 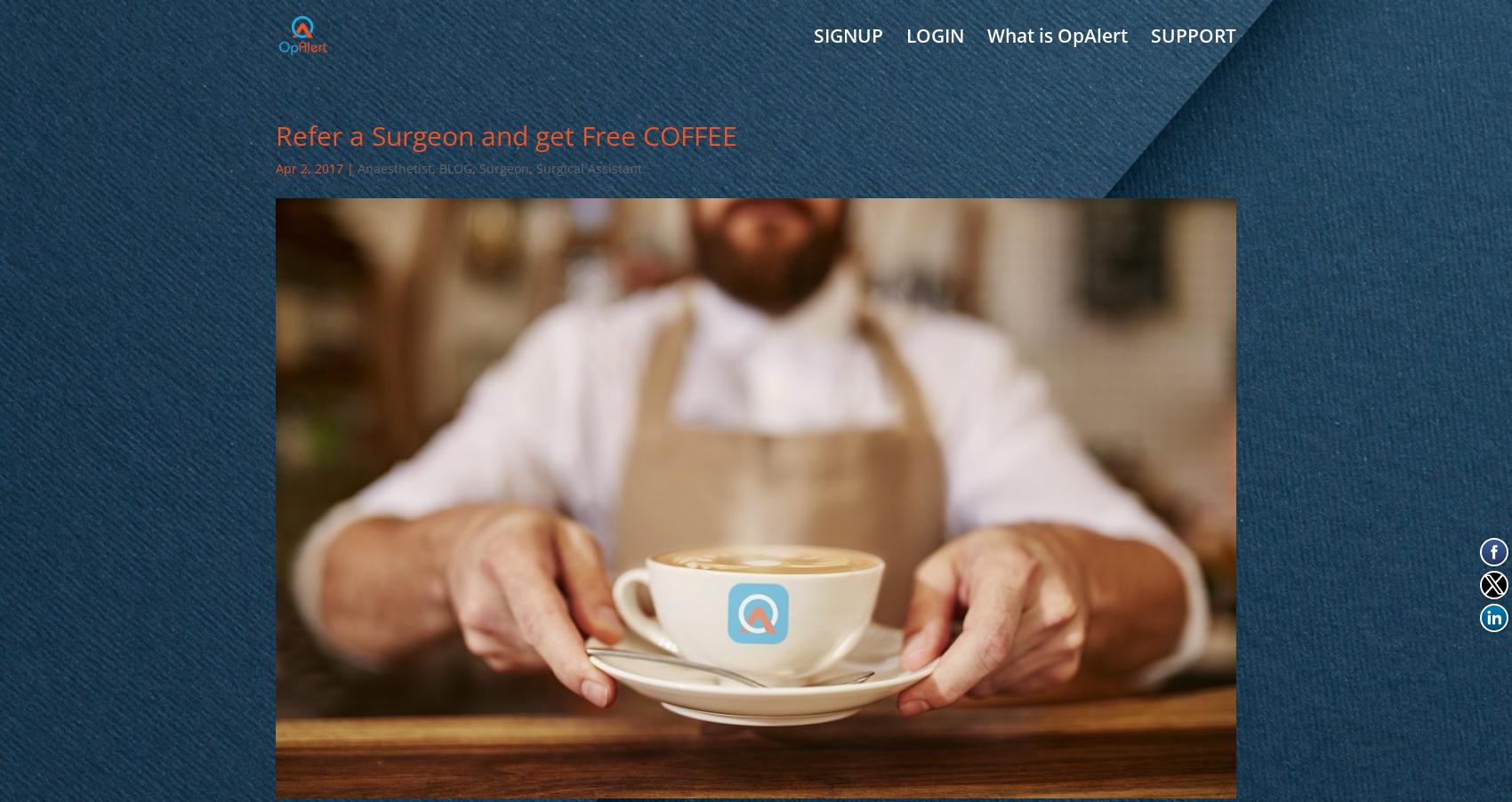 I want to click on 'Apr 2, 2017', so click(x=308, y=167).